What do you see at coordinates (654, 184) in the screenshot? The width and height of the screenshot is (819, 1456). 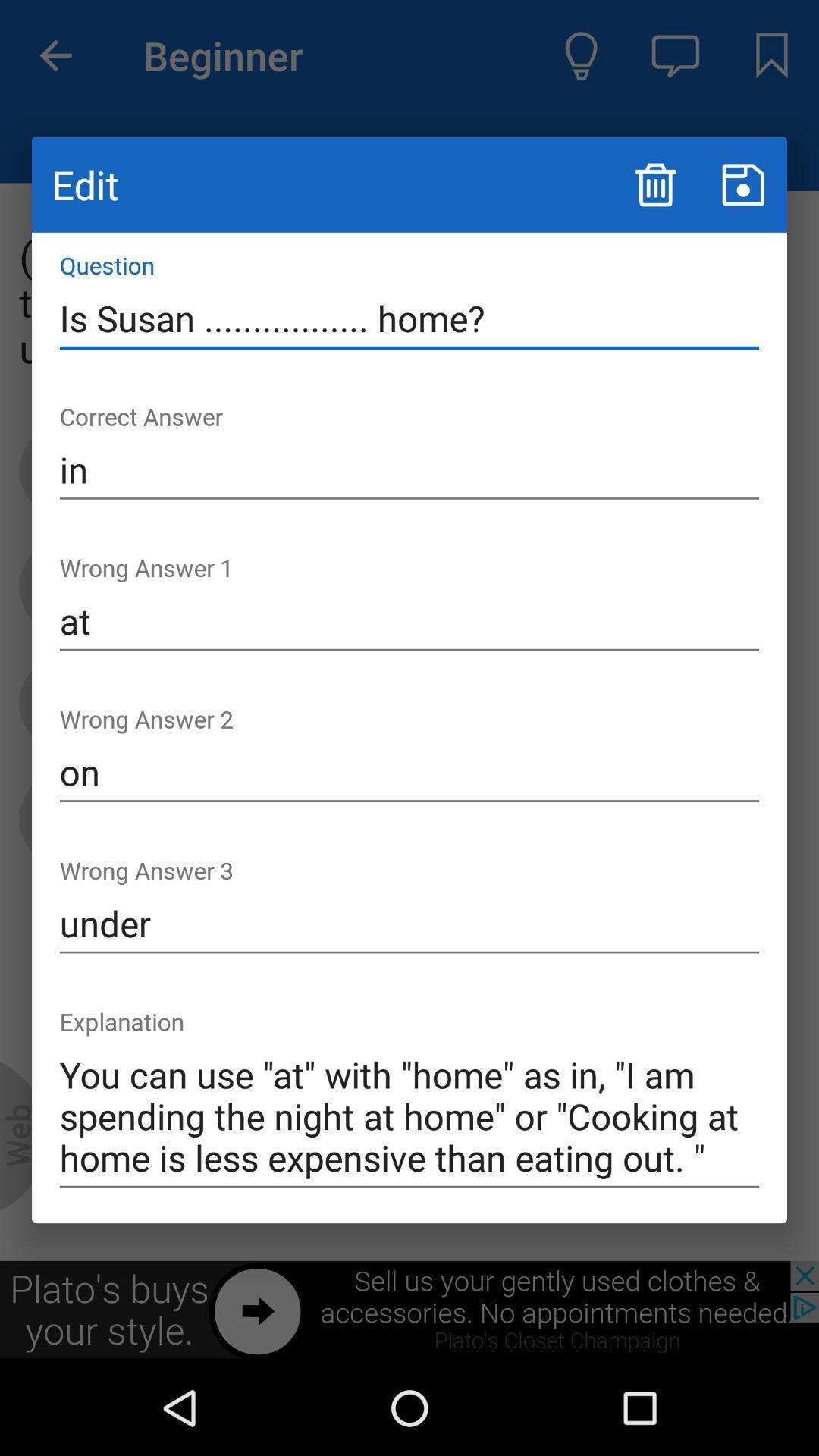 I see `trash` at bounding box center [654, 184].